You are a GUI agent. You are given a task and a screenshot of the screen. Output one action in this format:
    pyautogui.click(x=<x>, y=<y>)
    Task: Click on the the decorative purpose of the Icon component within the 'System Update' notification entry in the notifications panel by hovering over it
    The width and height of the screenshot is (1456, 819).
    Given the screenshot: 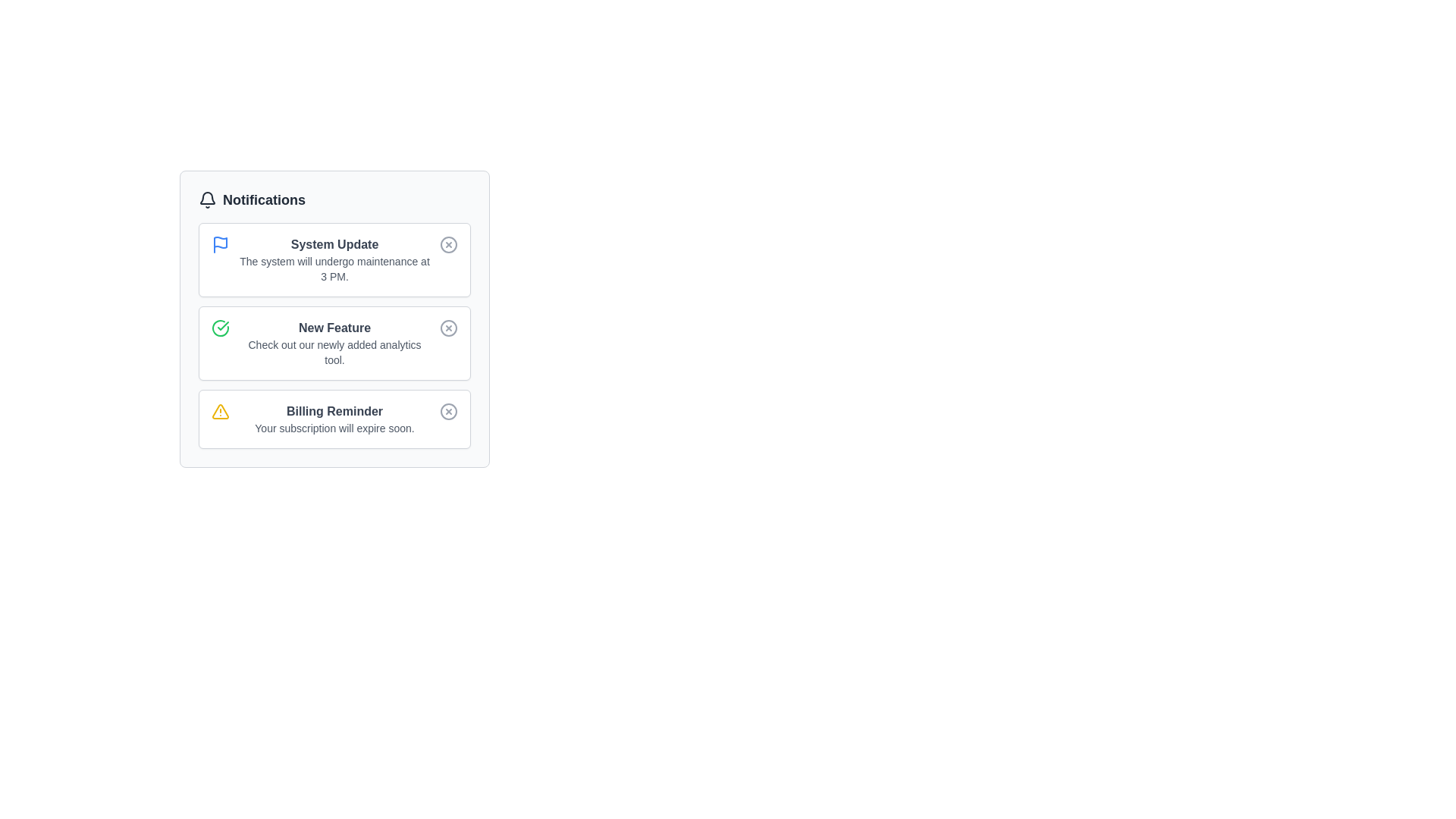 What is the action you would take?
    pyautogui.click(x=220, y=242)
    